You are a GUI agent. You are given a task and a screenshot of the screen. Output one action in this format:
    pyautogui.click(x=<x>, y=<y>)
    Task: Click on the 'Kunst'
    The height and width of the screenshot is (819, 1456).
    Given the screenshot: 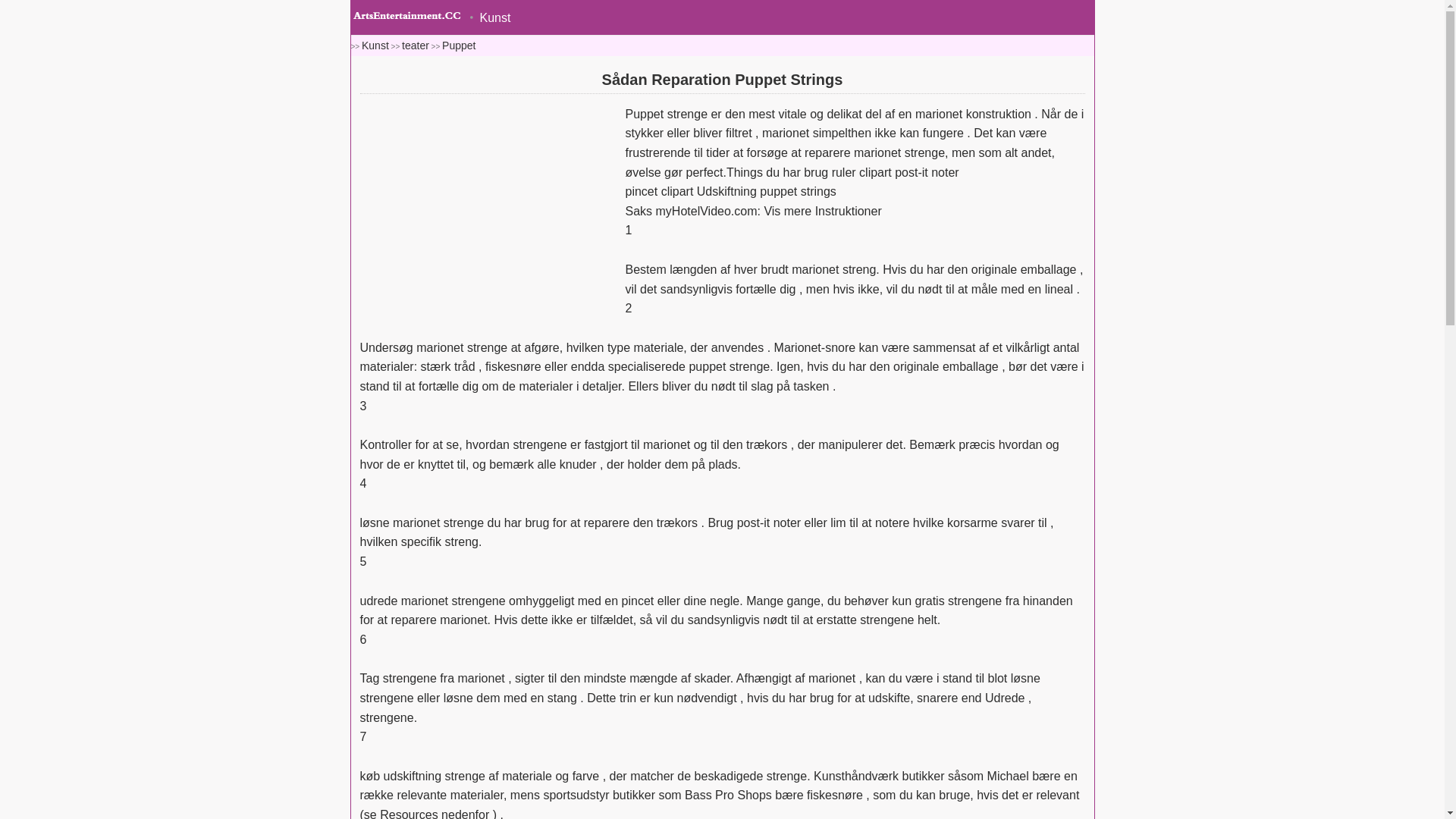 What is the action you would take?
    pyautogui.click(x=375, y=45)
    